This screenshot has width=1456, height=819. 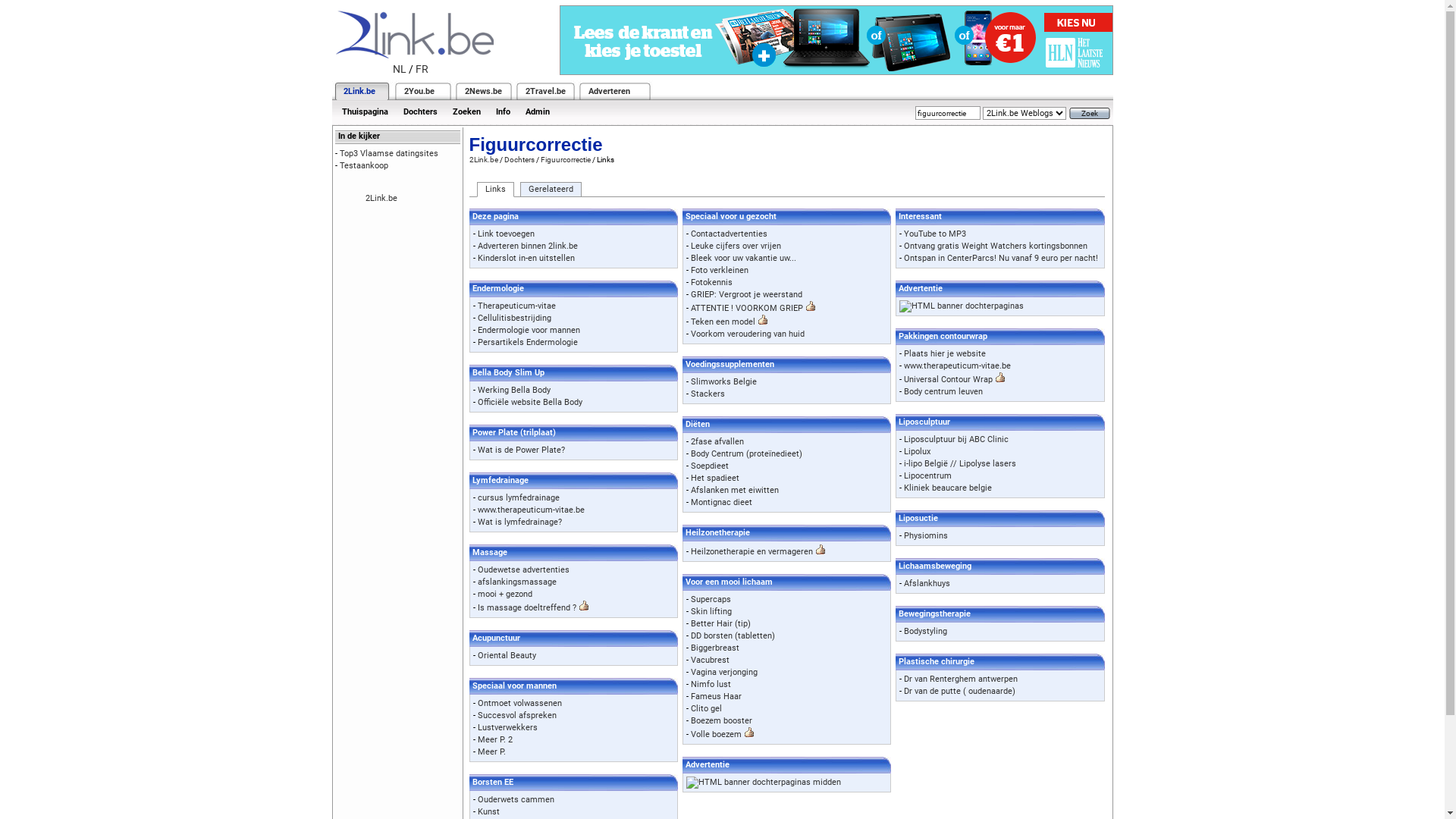 What do you see at coordinates (927, 475) in the screenshot?
I see `'Lipocentrum'` at bounding box center [927, 475].